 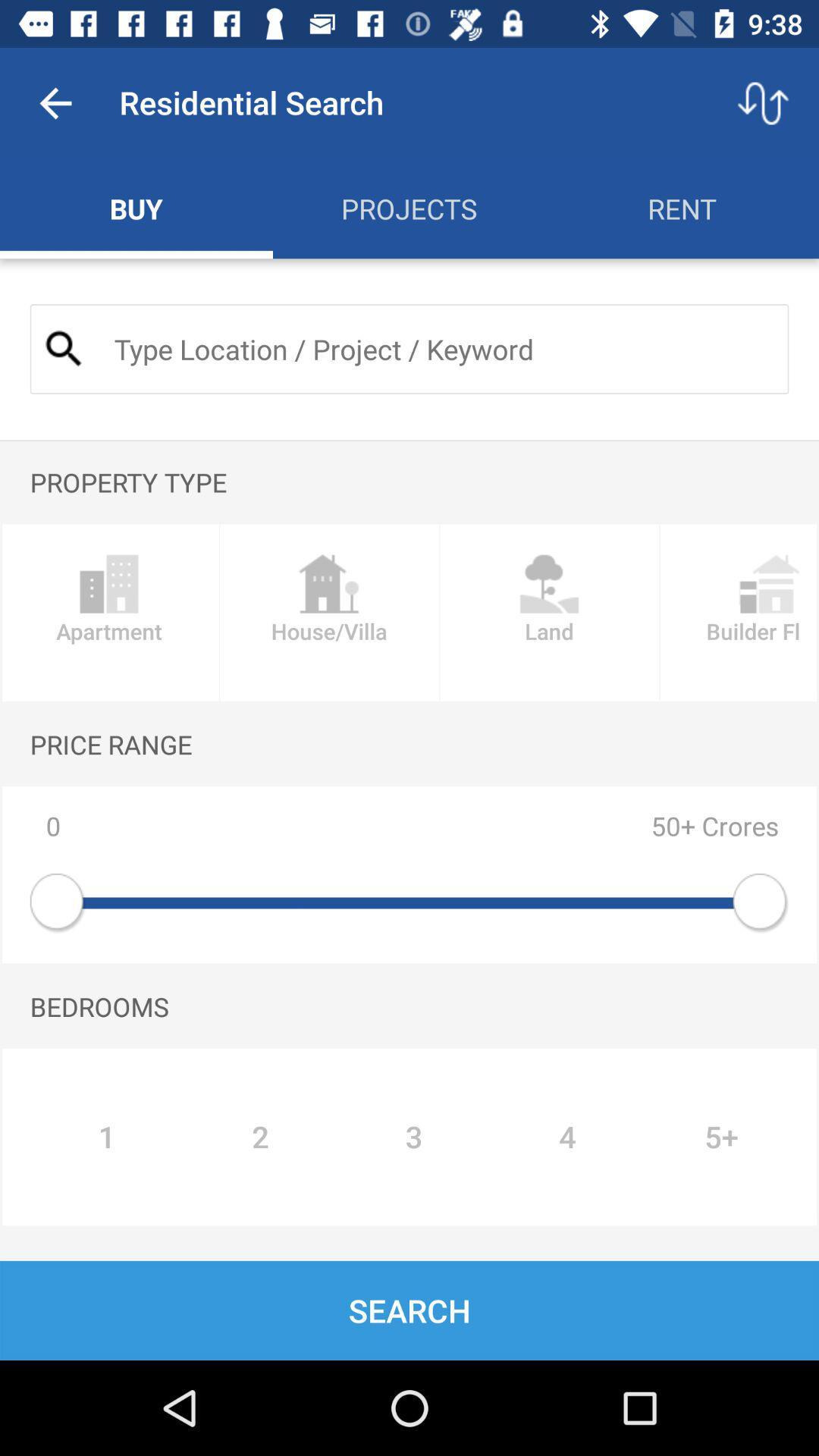 I want to click on app to the left of the residential search	 item, so click(x=55, y=102).